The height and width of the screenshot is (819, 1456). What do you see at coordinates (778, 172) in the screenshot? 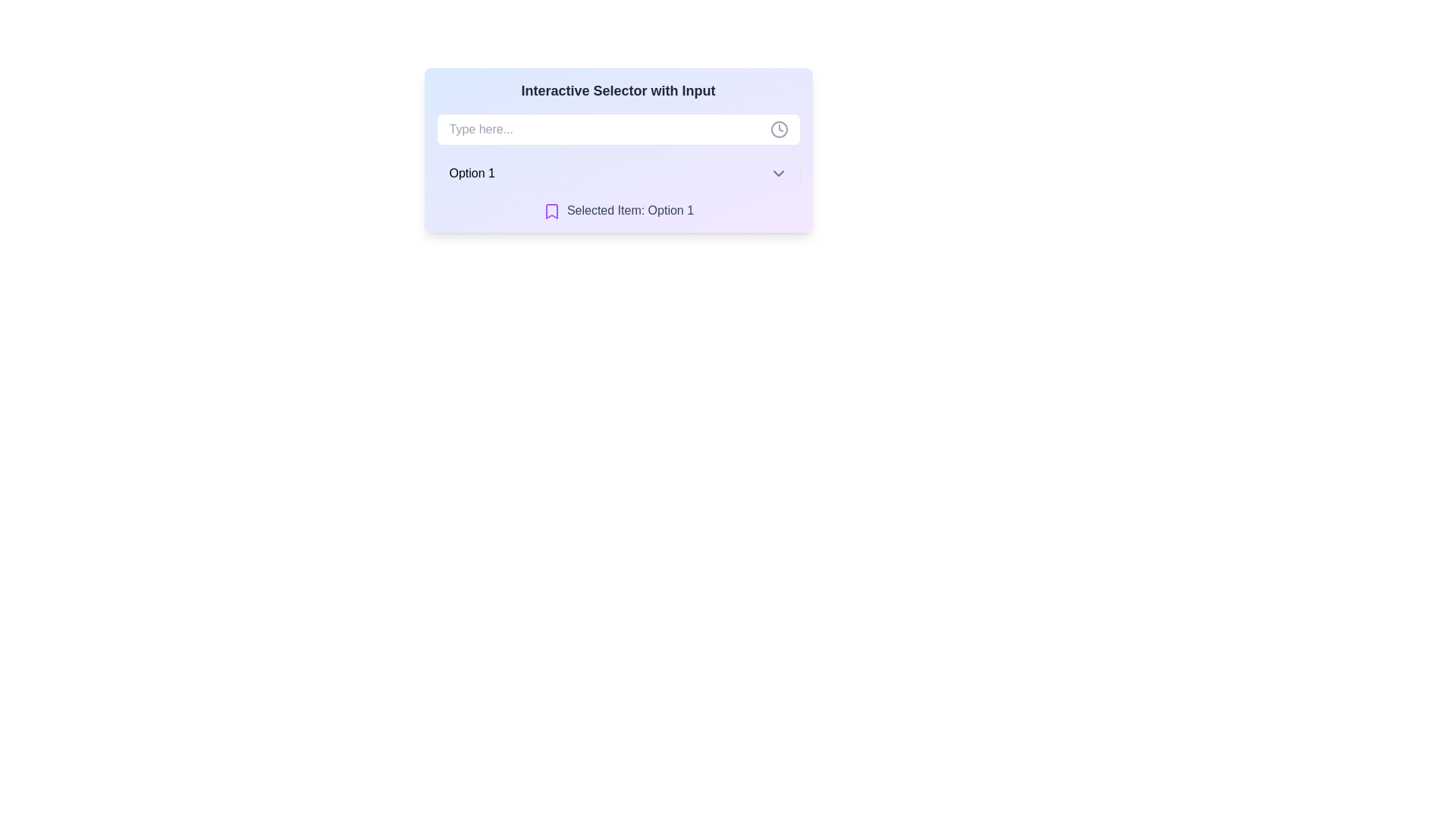
I see `the icon located on the right side of the dropdown field labeled 'Option 1'` at bounding box center [778, 172].